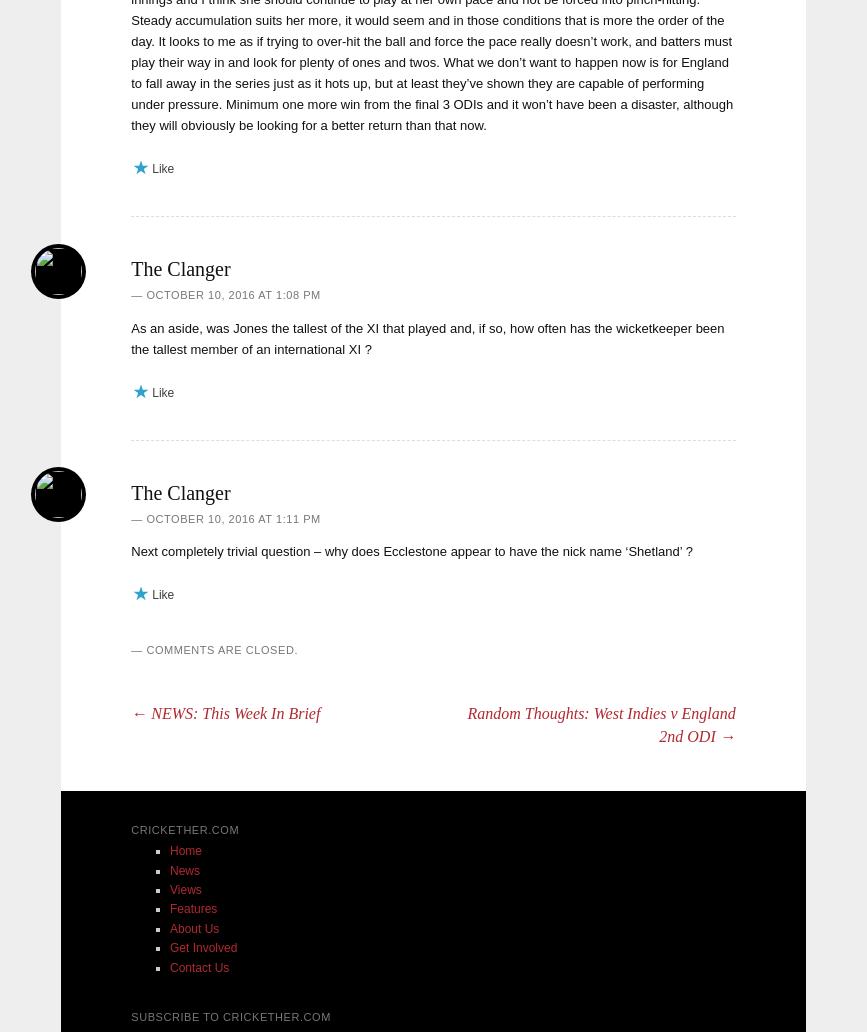 This screenshot has height=1032, width=867. What do you see at coordinates (199, 965) in the screenshot?
I see `'Contact Us'` at bounding box center [199, 965].